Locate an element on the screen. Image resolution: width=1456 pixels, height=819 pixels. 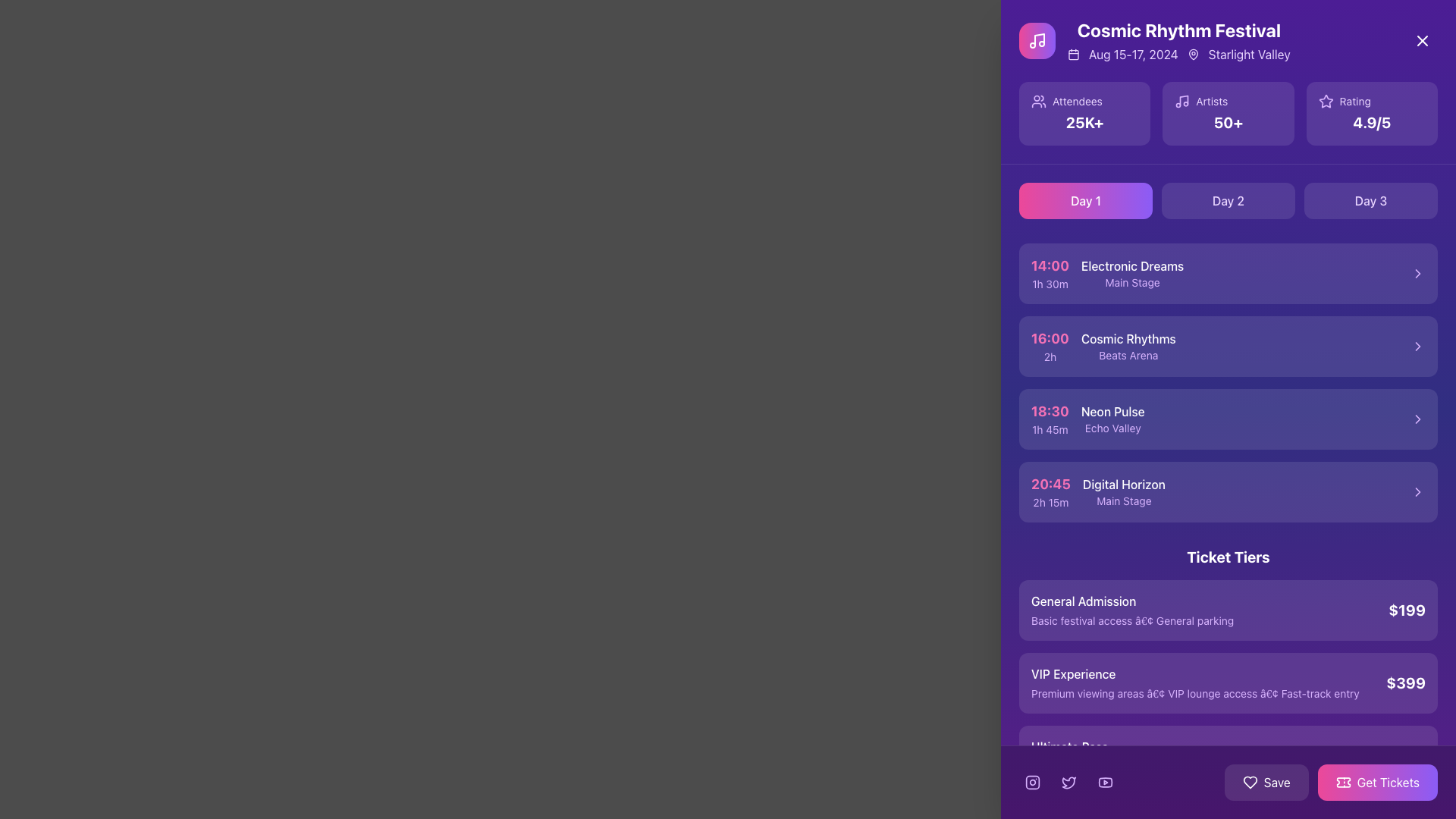
the text block displaying 'Cosmic Rhythms' and 'Beats Arena' is located at coordinates (1128, 346).